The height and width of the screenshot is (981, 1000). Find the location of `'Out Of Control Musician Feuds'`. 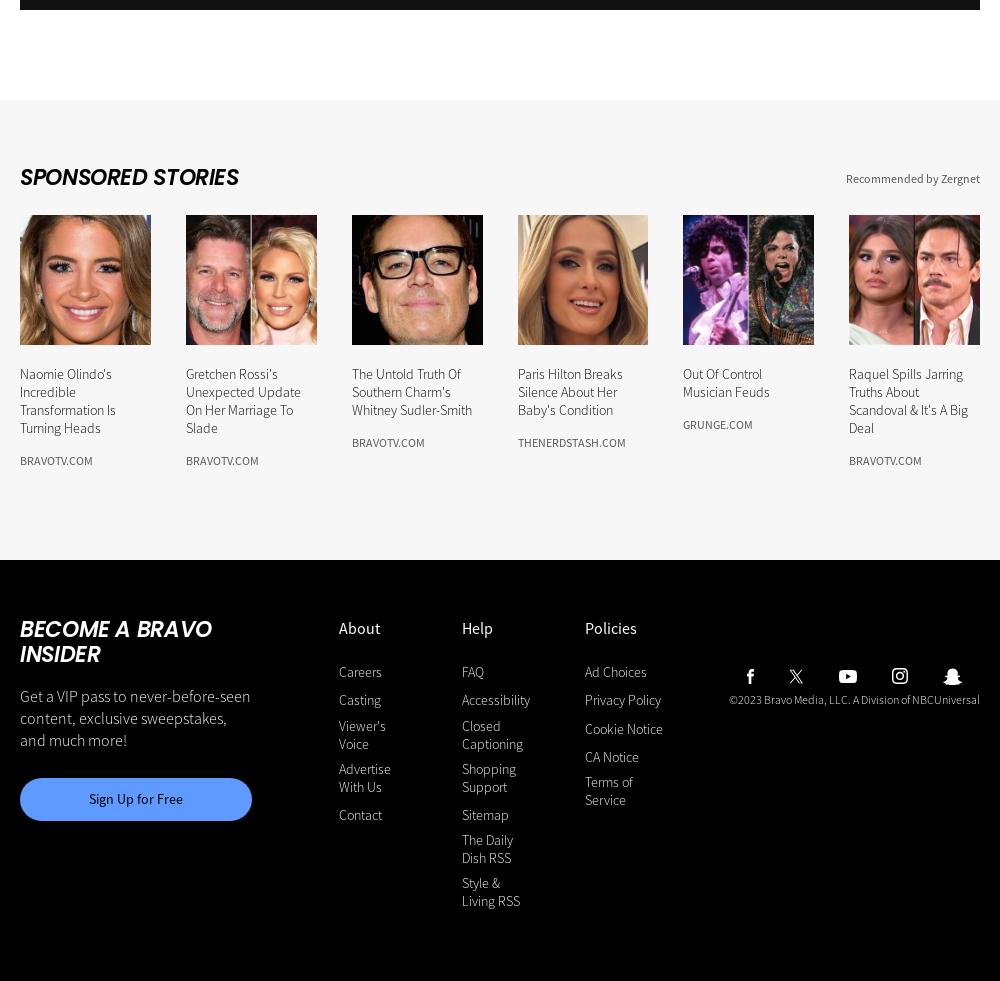

'Out Of Control Musician Feuds' is located at coordinates (725, 381).